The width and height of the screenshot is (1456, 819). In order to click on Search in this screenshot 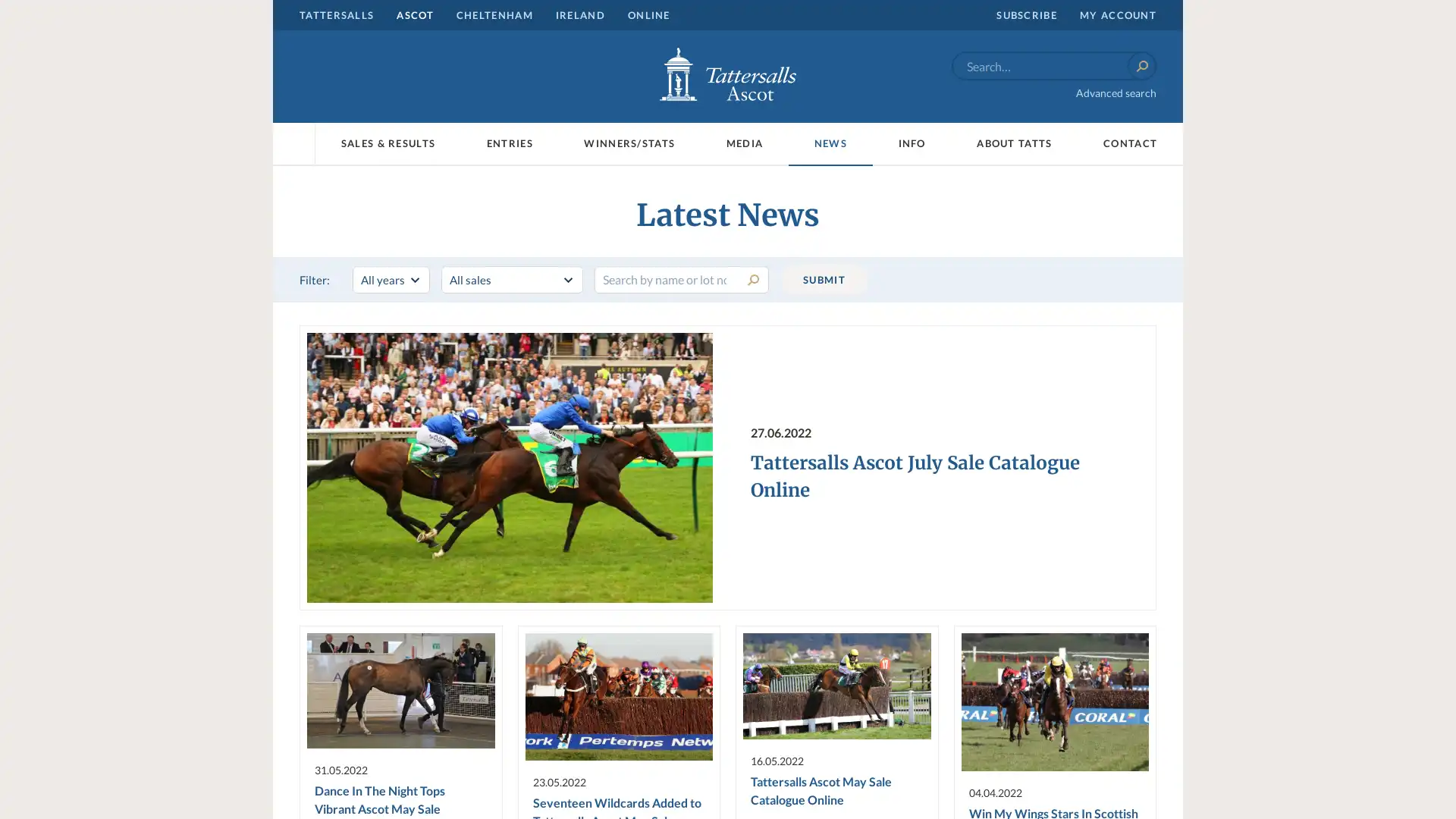, I will do `click(1142, 65)`.